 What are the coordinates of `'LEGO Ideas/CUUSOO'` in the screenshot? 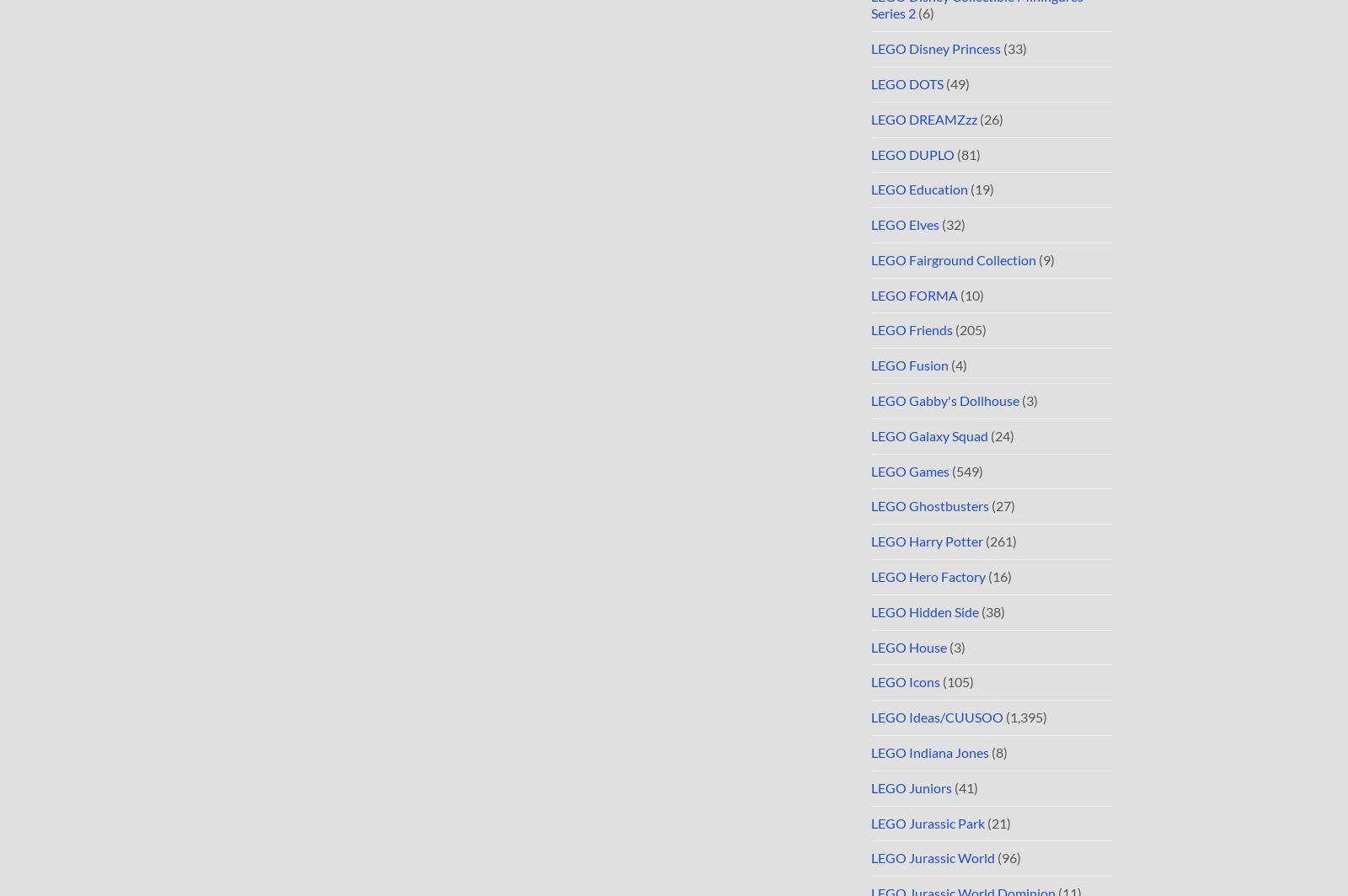 It's located at (937, 717).